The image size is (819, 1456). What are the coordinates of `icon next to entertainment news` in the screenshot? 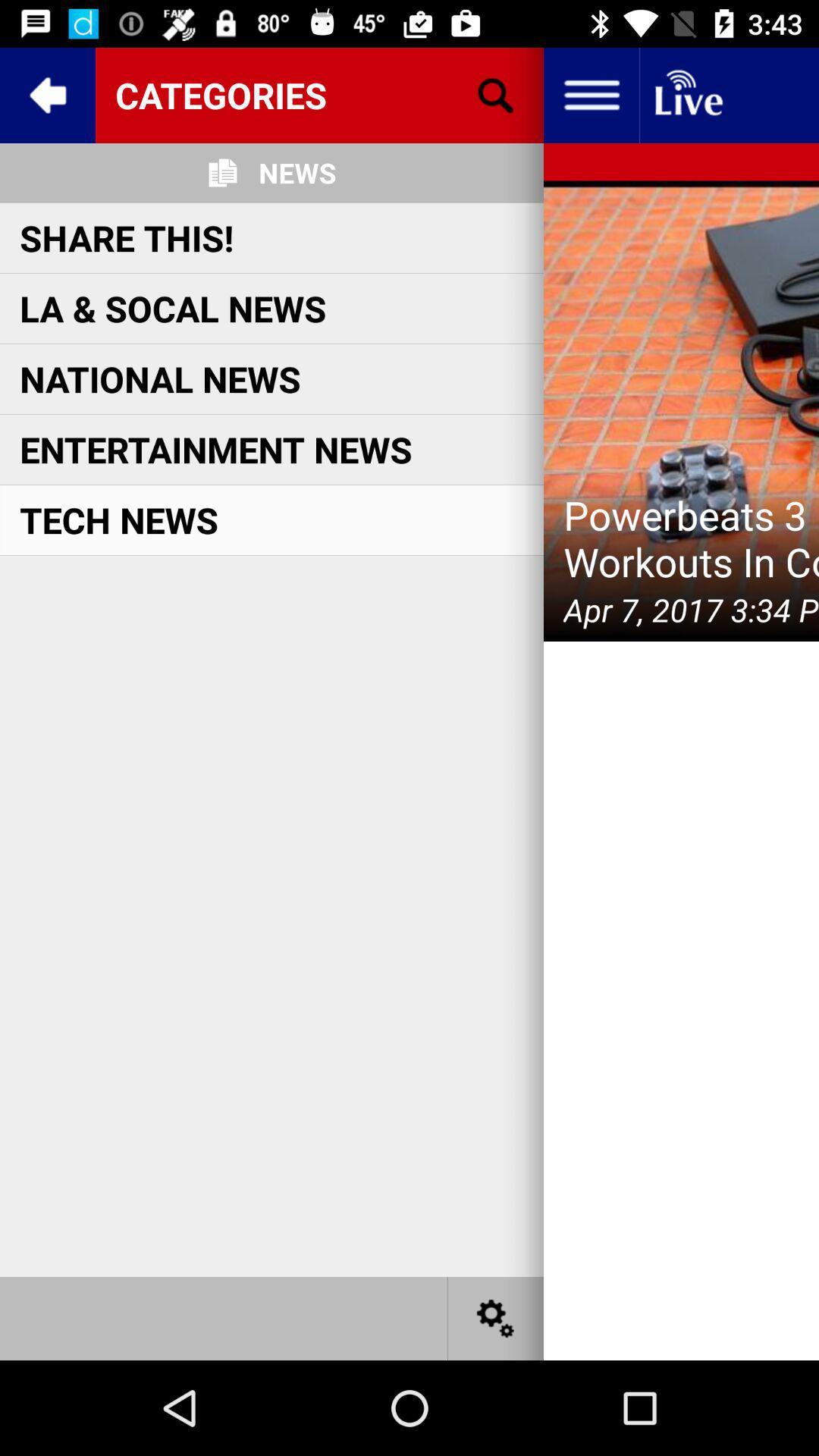 It's located at (680, 411).